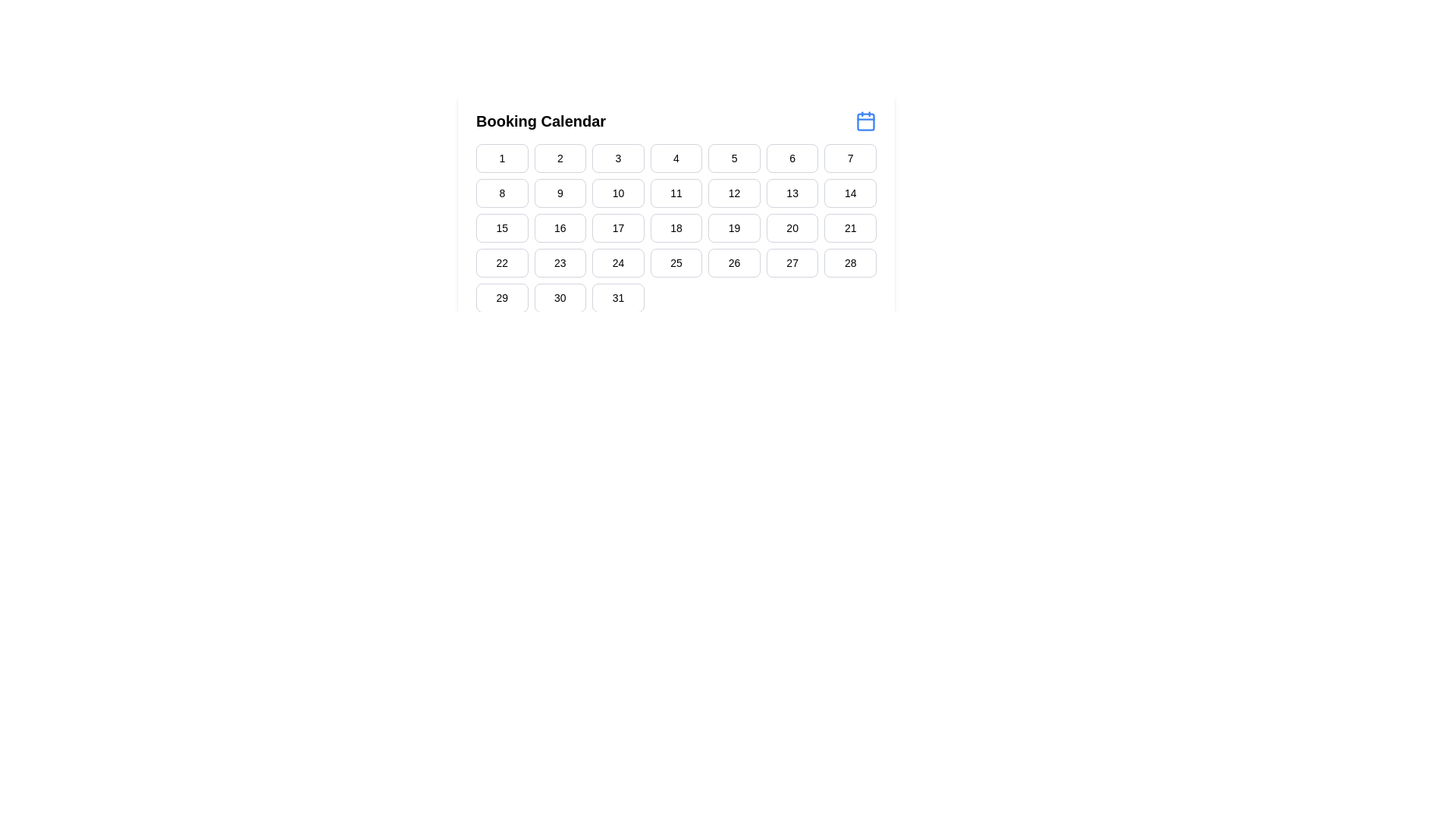 Image resolution: width=1456 pixels, height=819 pixels. I want to click on the button representing the selectable date of the 20th in the calendar grid located in the third row and sixth column, so click(792, 227).